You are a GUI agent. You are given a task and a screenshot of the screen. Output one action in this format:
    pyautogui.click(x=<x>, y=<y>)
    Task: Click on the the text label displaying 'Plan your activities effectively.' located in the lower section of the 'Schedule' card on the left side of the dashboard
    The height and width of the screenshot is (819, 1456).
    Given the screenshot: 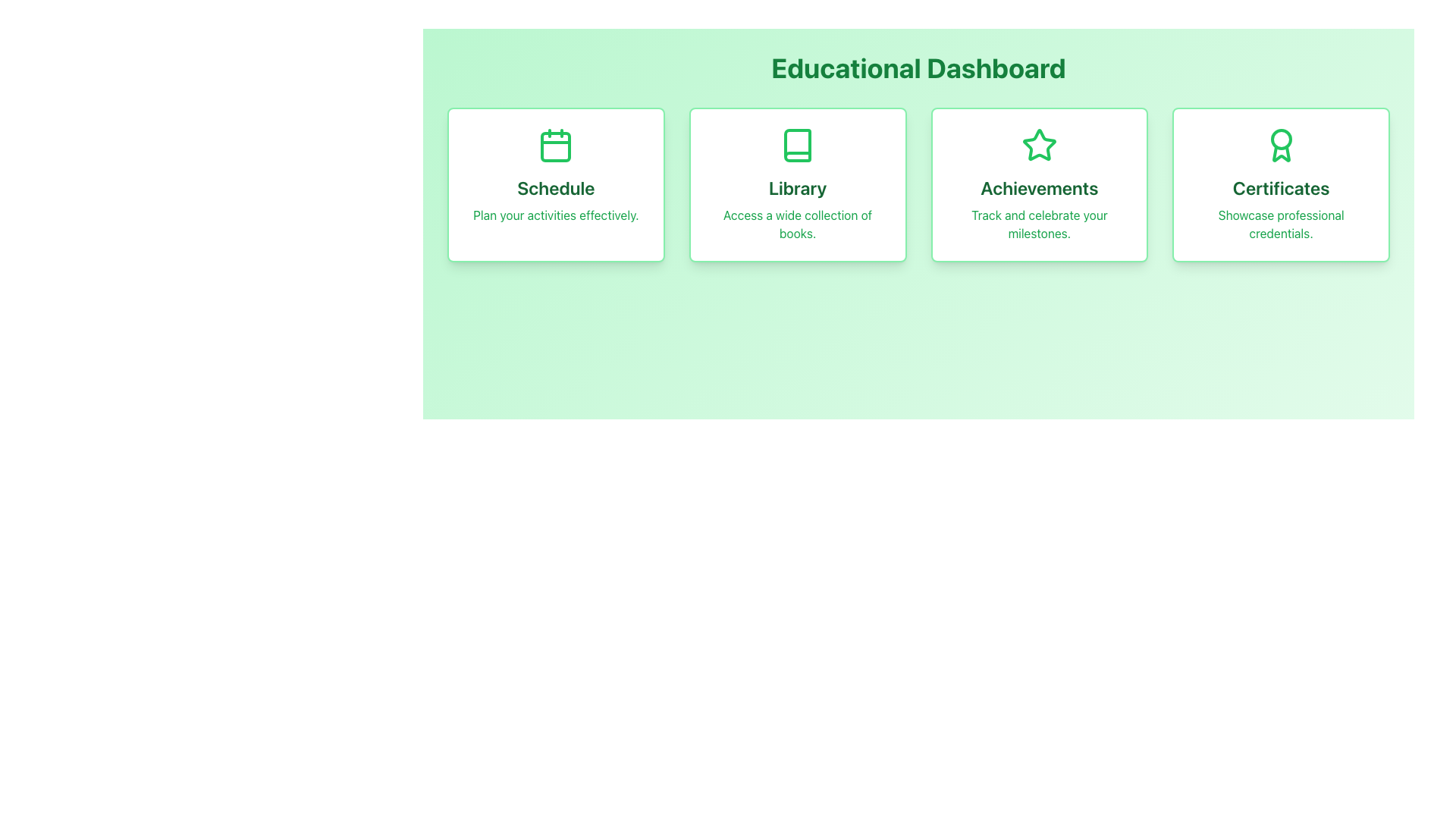 What is the action you would take?
    pyautogui.click(x=555, y=215)
    